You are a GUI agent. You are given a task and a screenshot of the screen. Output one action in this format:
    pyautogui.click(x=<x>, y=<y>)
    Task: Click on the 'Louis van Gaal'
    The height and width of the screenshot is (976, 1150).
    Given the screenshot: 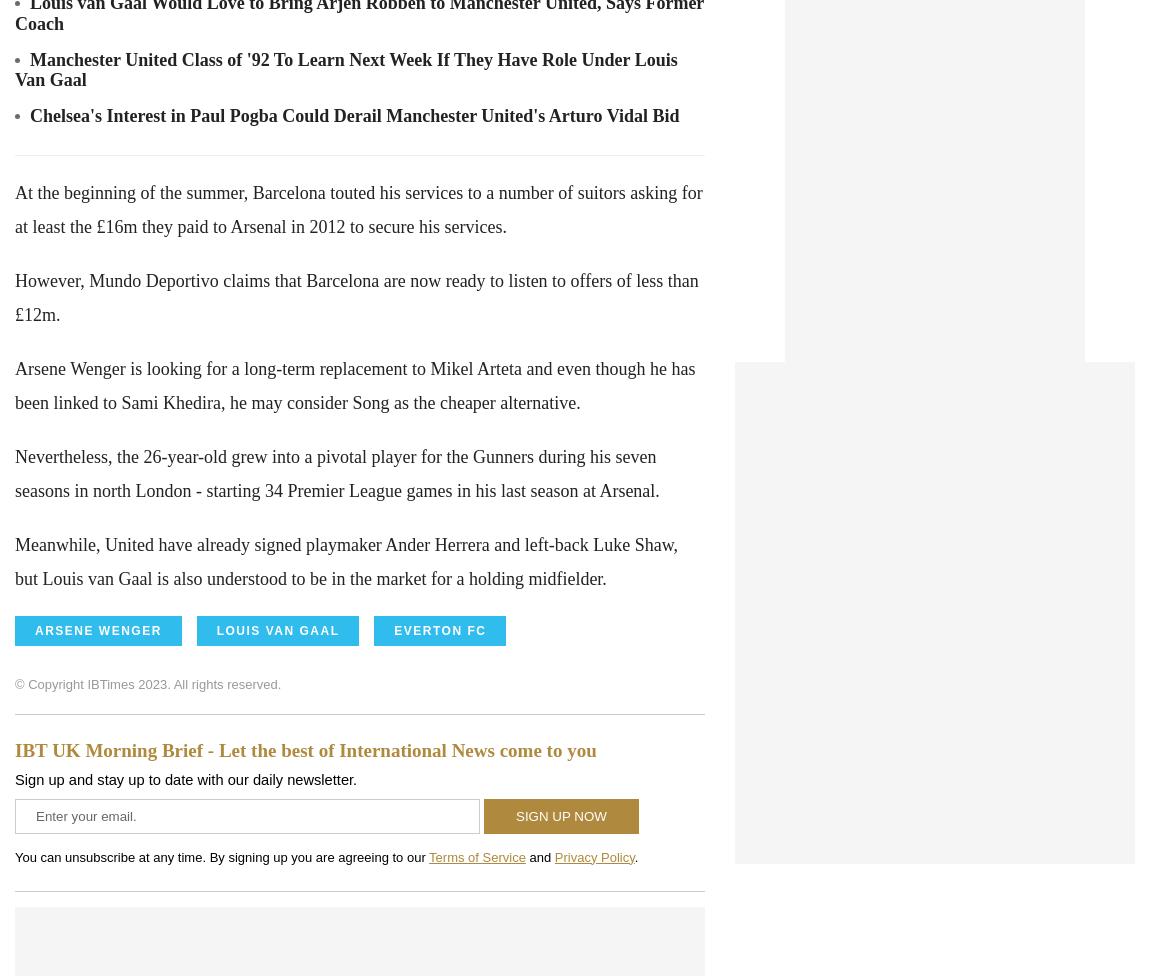 What is the action you would take?
    pyautogui.click(x=276, y=629)
    